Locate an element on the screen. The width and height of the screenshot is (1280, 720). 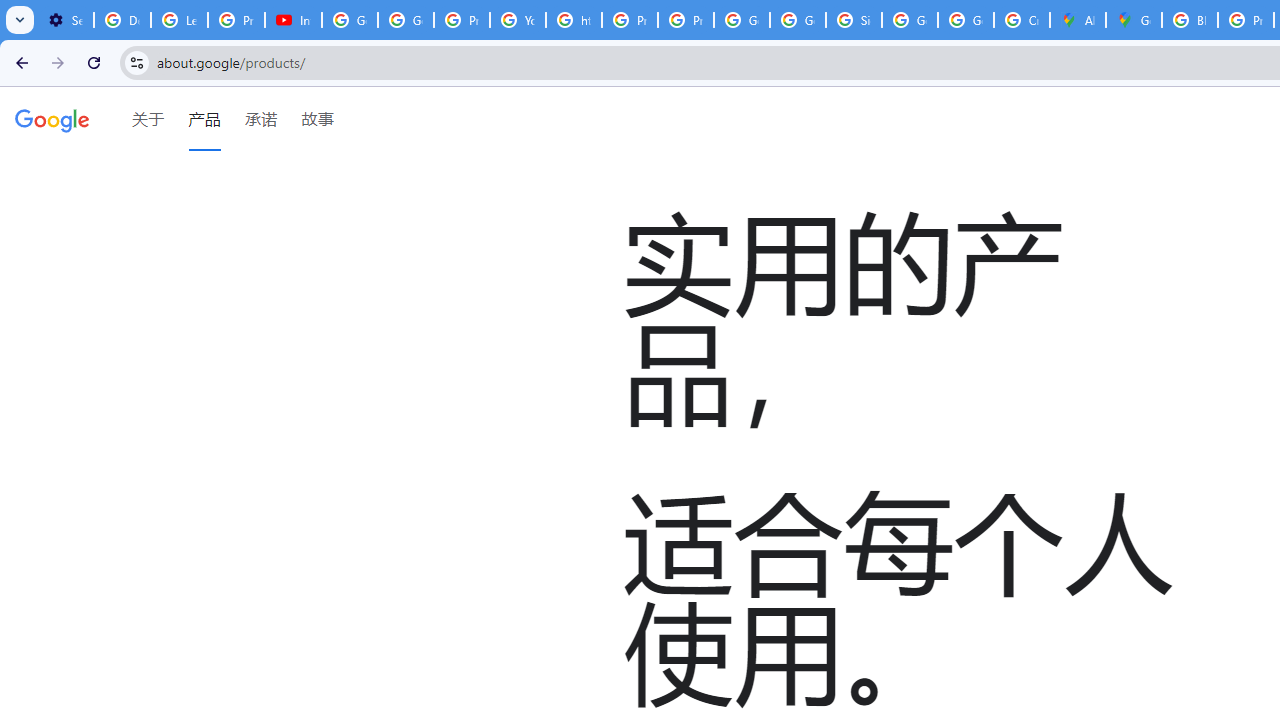
'Delete photos & videos - Computer - Google Photos Help' is located at coordinates (121, 20).